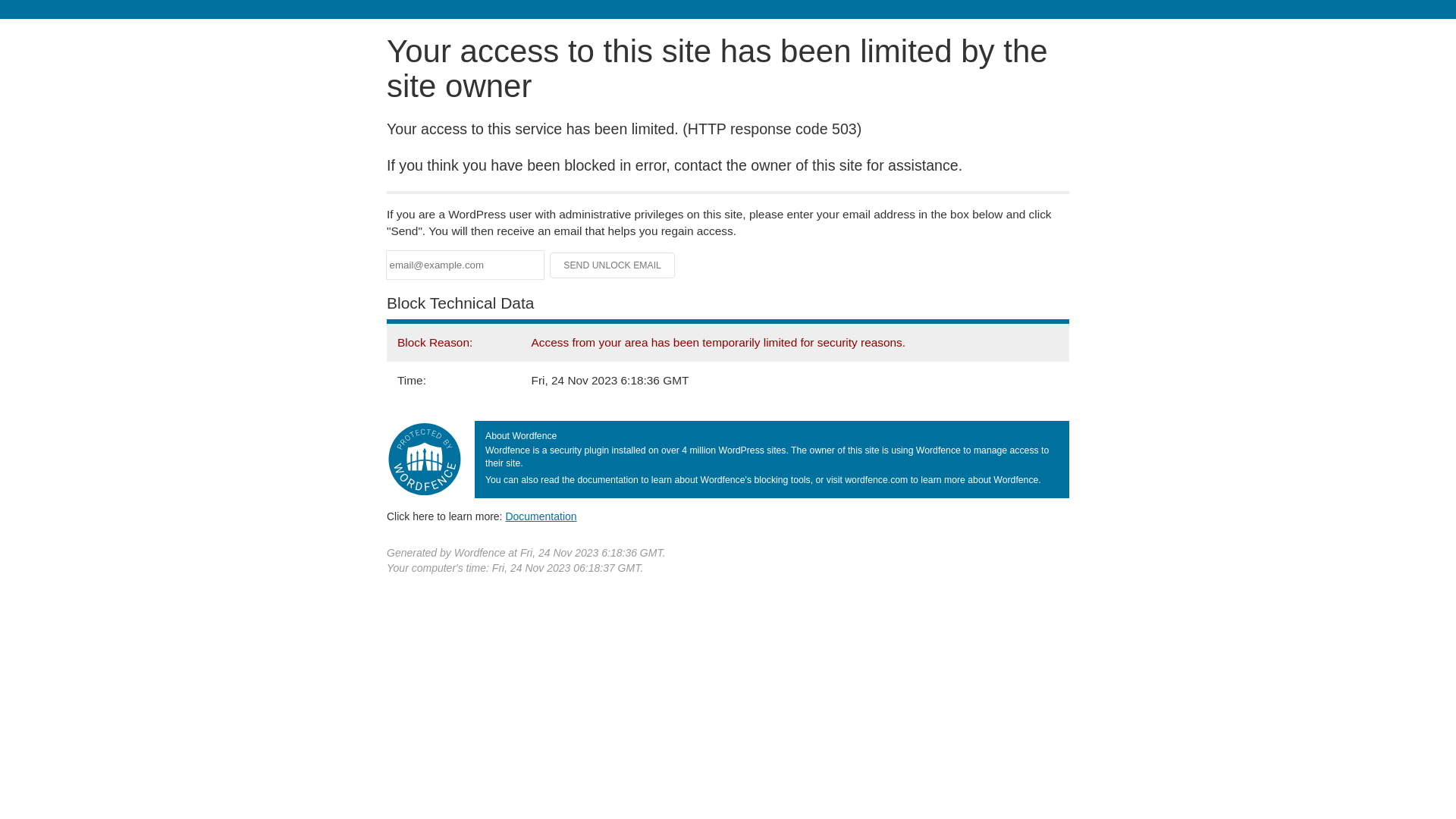  I want to click on 'Send Unlock Email', so click(612, 265).